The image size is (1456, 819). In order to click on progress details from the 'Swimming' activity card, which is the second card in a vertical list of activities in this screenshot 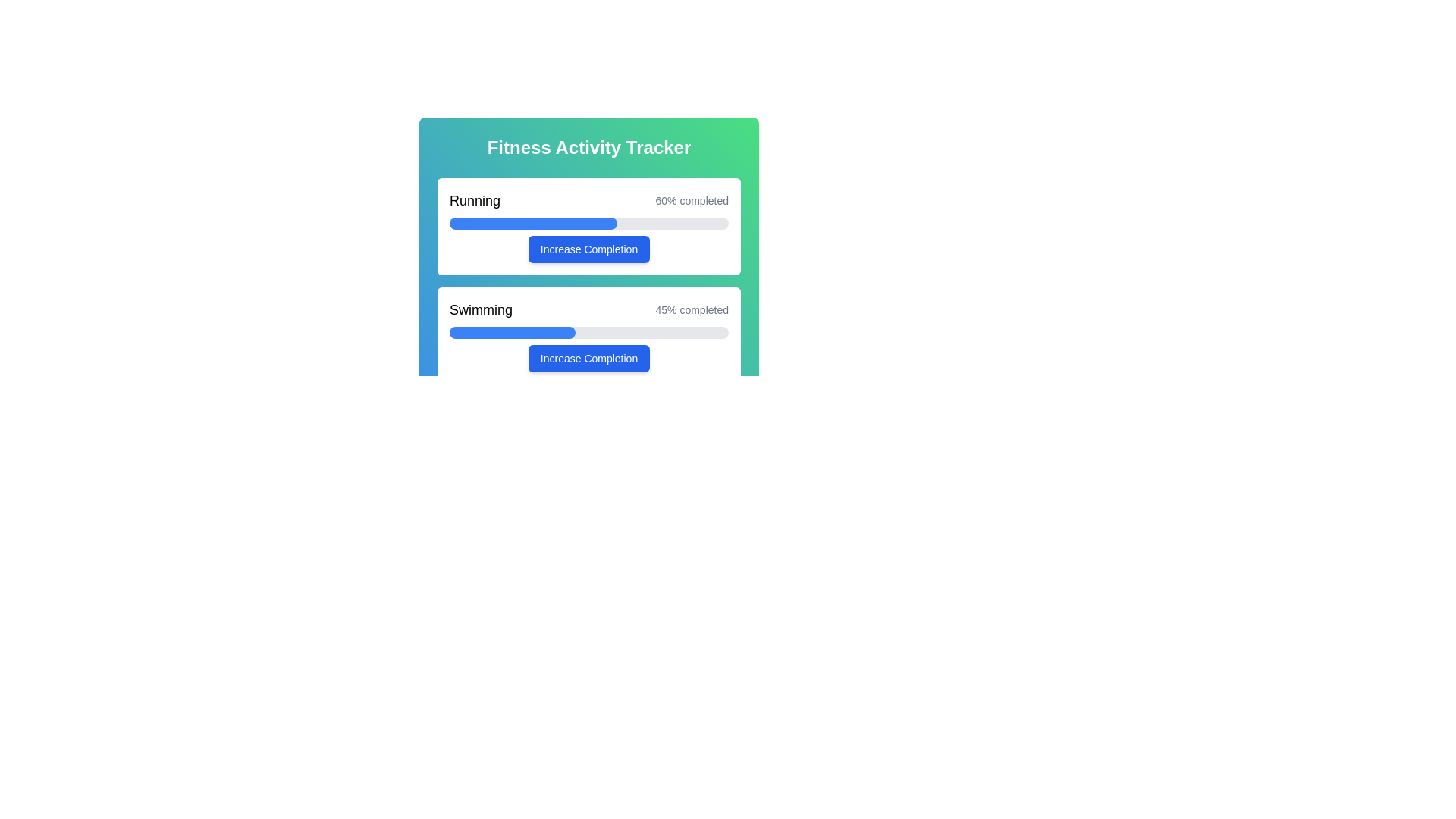, I will do `click(588, 335)`.